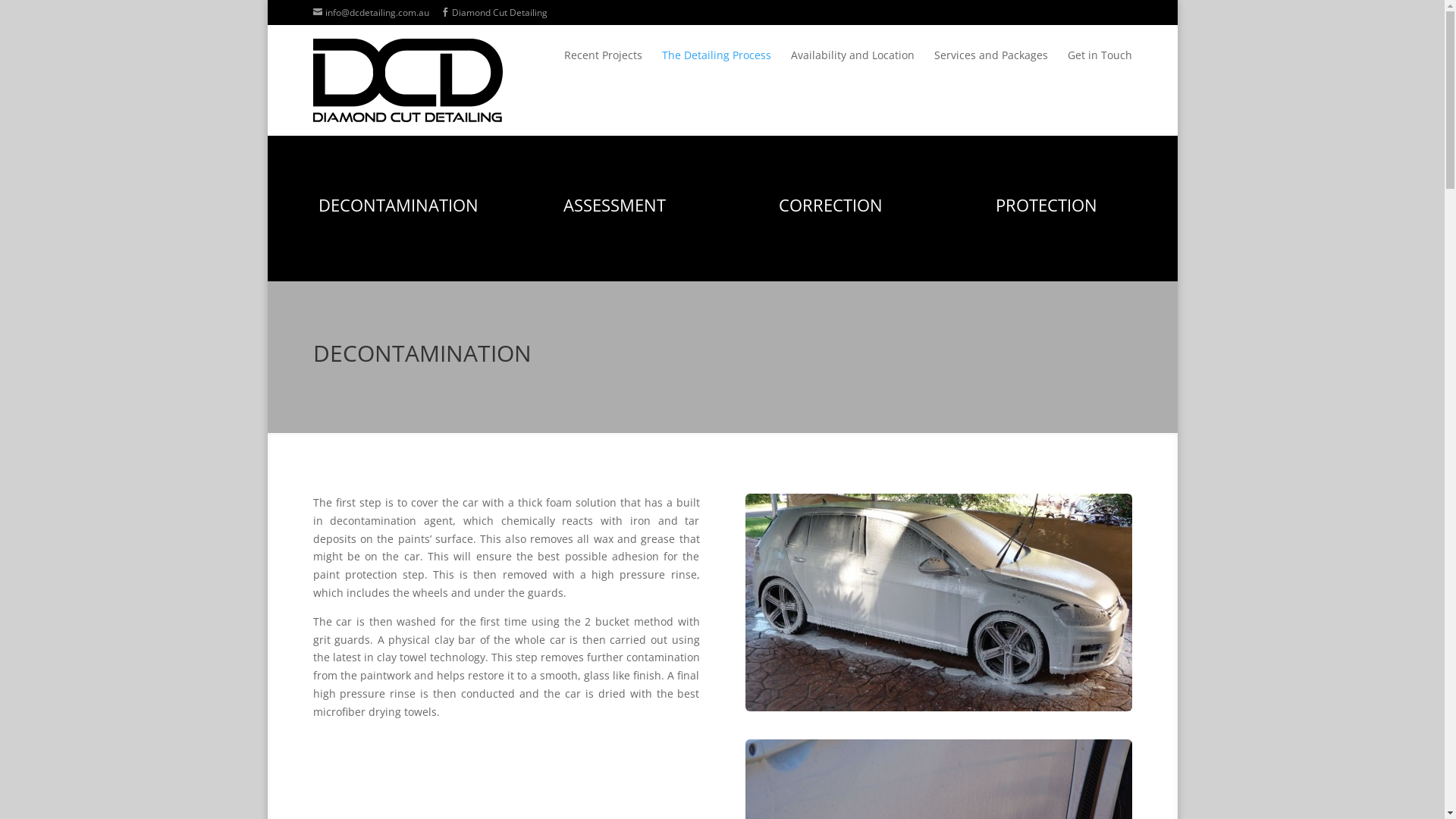 The height and width of the screenshot is (819, 1456). I want to click on 'PROTECTION', so click(996, 205).